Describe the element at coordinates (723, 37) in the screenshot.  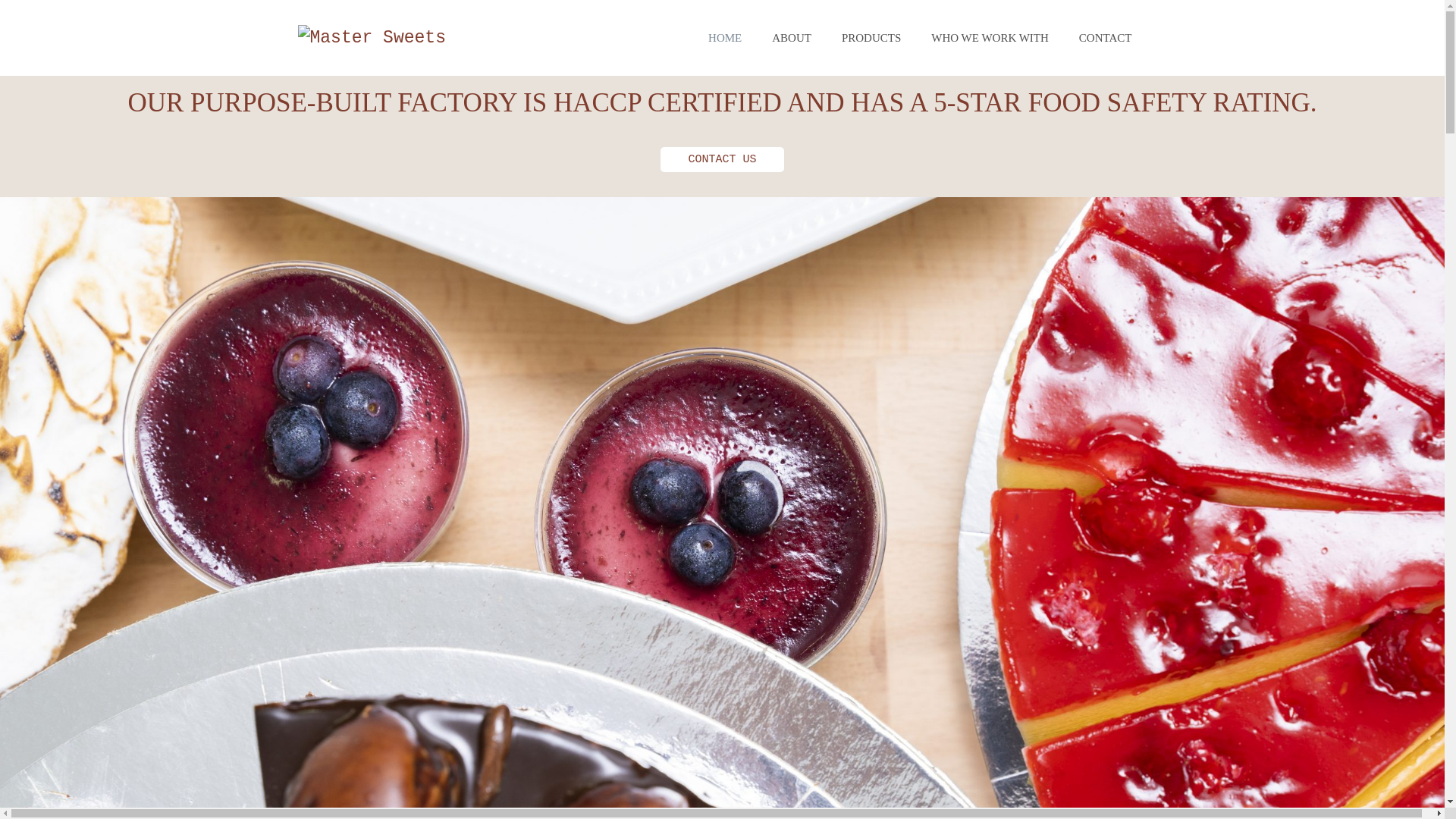
I see `'HOME'` at that location.